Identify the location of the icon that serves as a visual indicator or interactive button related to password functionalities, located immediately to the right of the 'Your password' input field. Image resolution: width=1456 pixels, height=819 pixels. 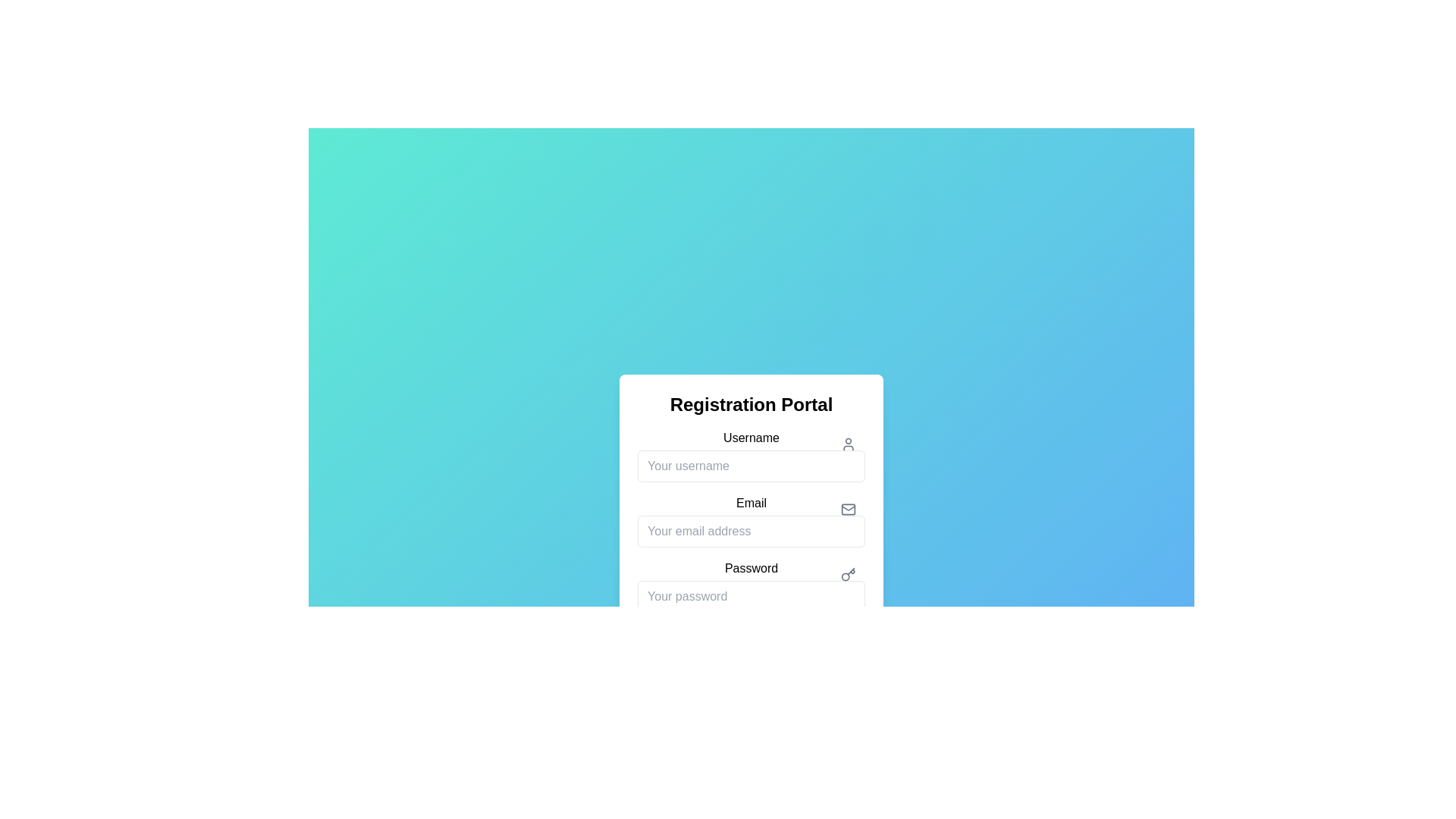
(847, 575).